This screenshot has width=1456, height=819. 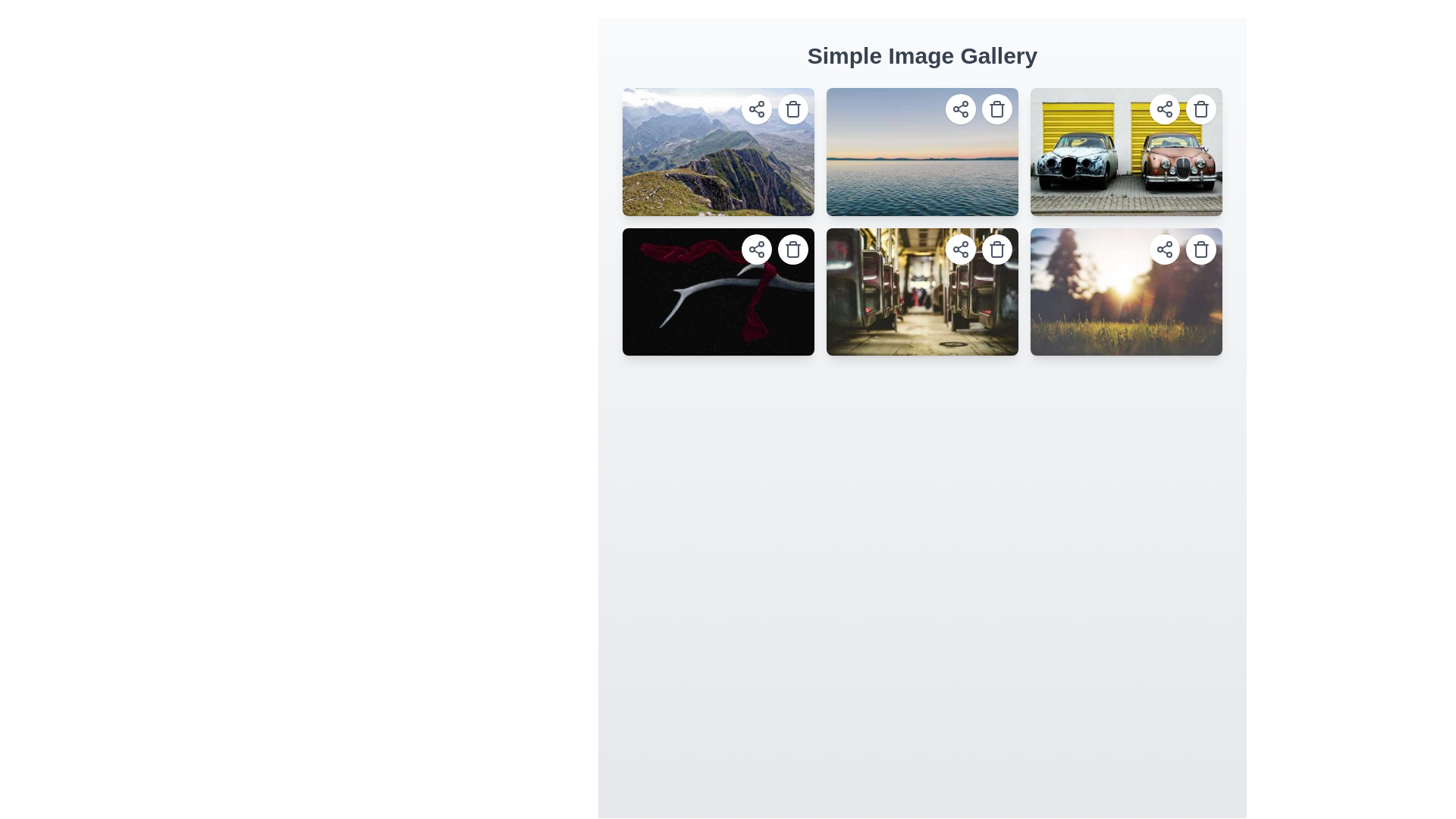 What do you see at coordinates (997, 108) in the screenshot?
I see `the Trashcan icon button located in the top-right corner of the second image in the top row of the 3x2 image gallery layout` at bounding box center [997, 108].